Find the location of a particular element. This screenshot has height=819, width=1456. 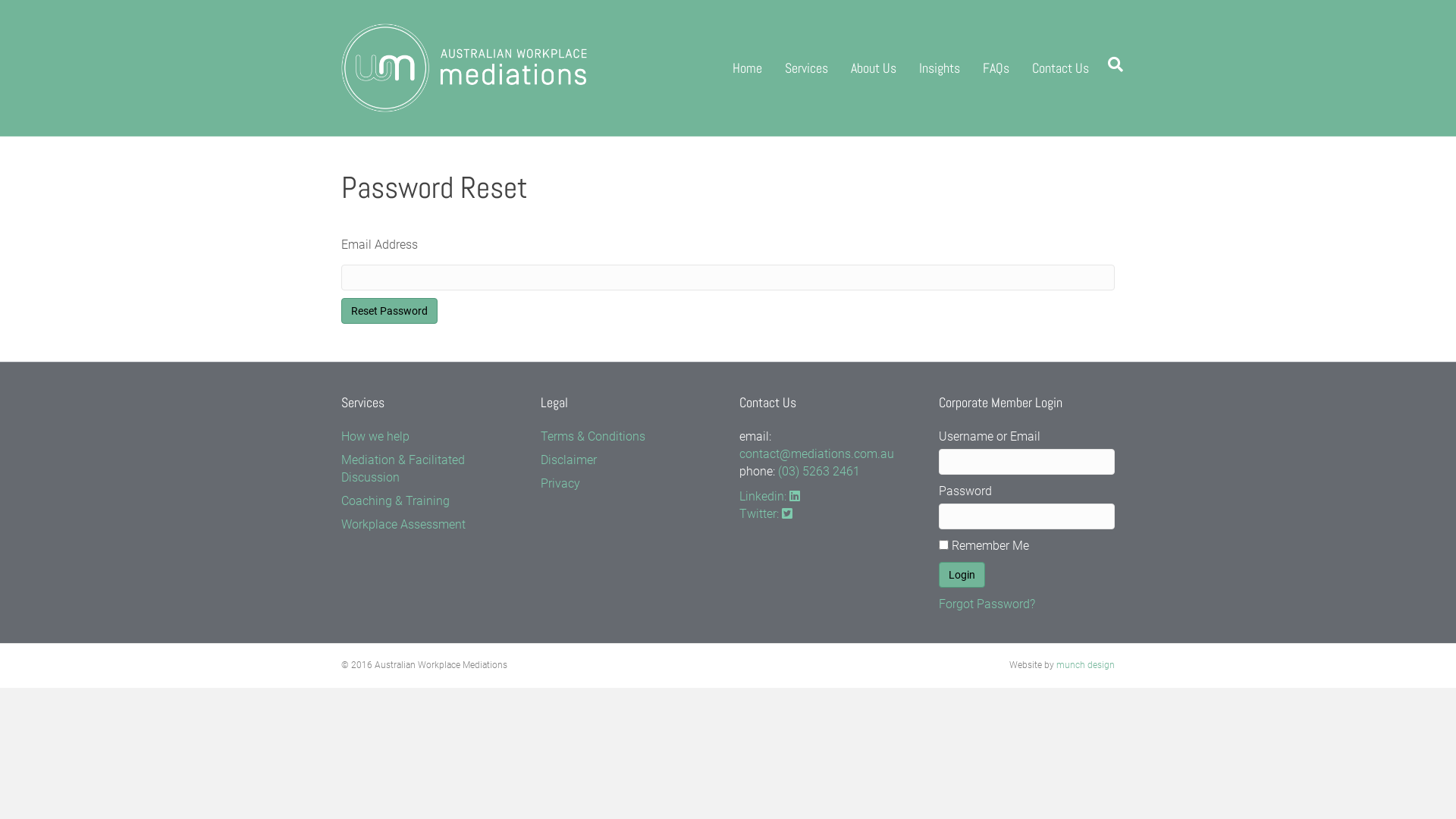

'Terms & Conditions' is located at coordinates (591, 436).